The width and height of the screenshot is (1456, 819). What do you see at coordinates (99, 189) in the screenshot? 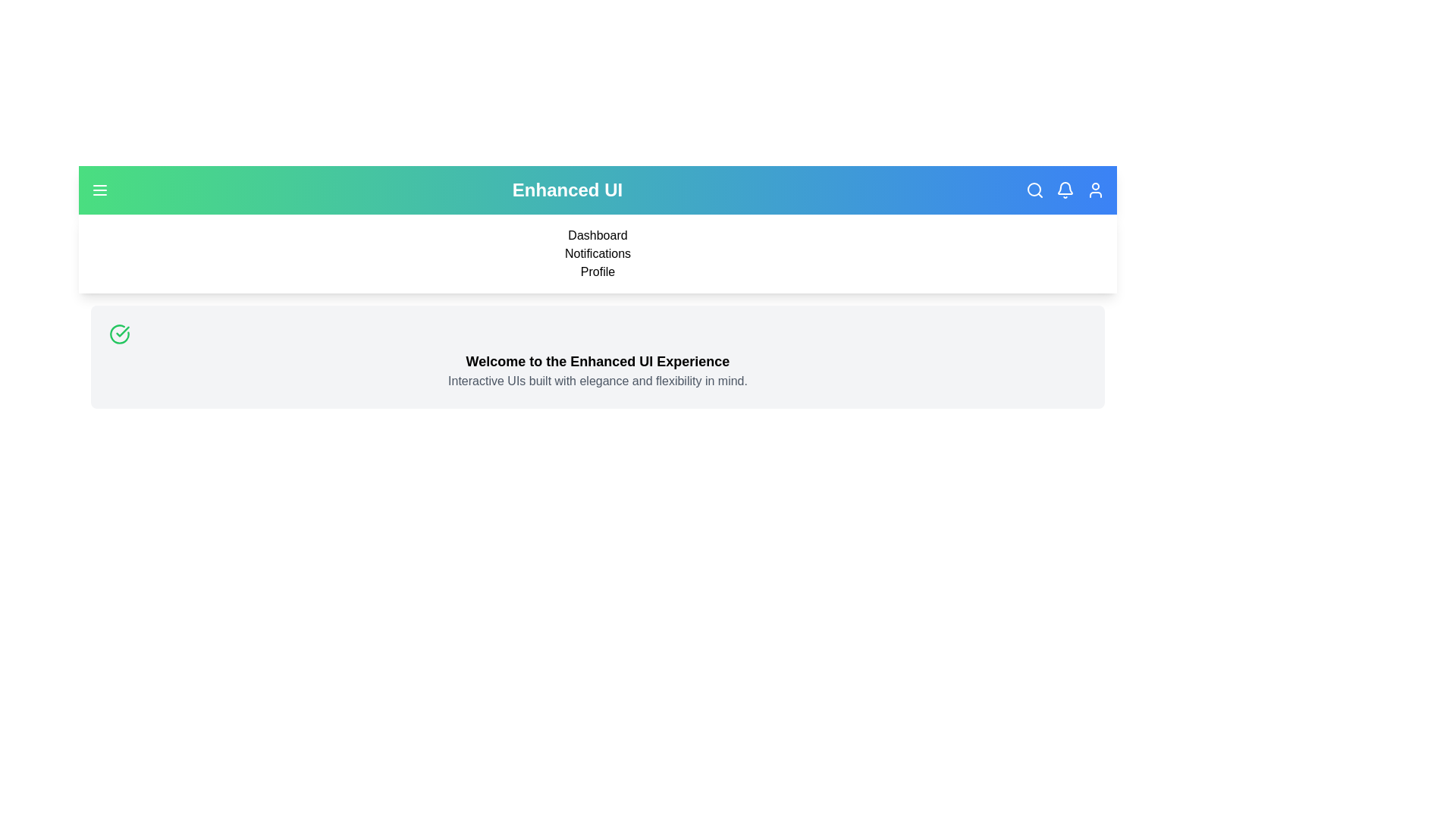
I see `the menu button to toggle the menu visibility` at bounding box center [99, 189].